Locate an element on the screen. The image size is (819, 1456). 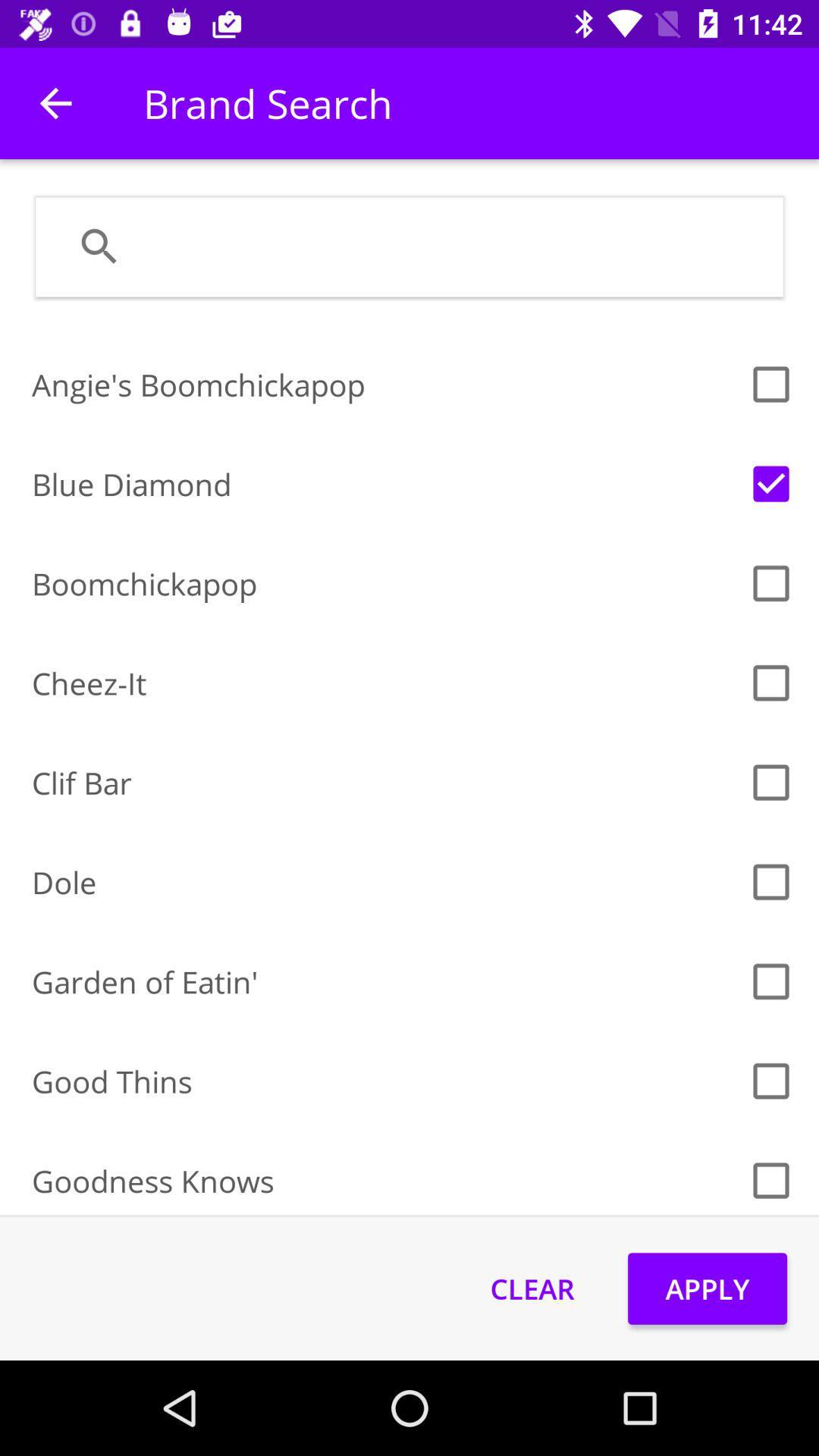
garden of eatin' item is located at coordinates (384, 981).